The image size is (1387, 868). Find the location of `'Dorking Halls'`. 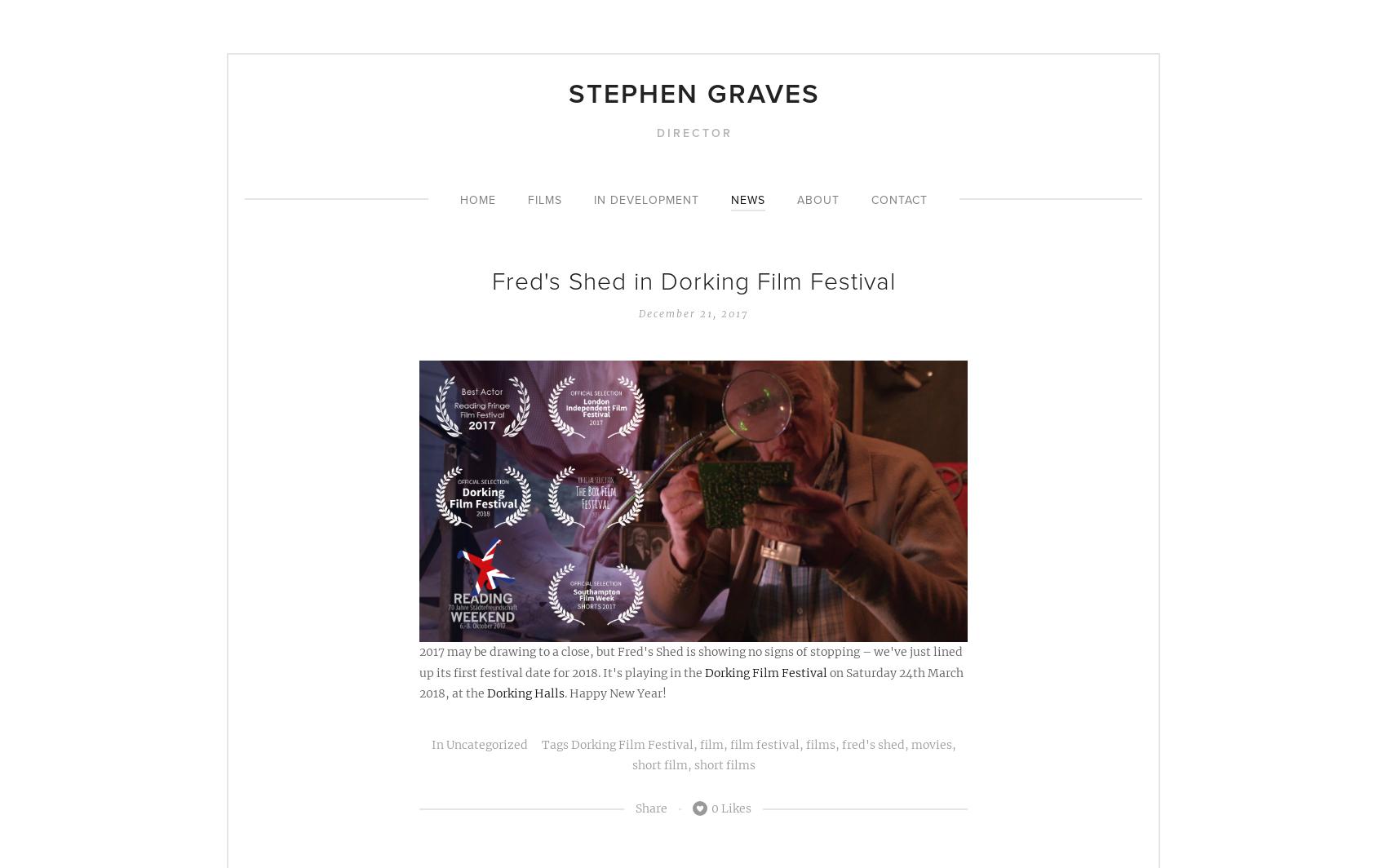

'Dorking Halls' is located at coordinates (525, 692).